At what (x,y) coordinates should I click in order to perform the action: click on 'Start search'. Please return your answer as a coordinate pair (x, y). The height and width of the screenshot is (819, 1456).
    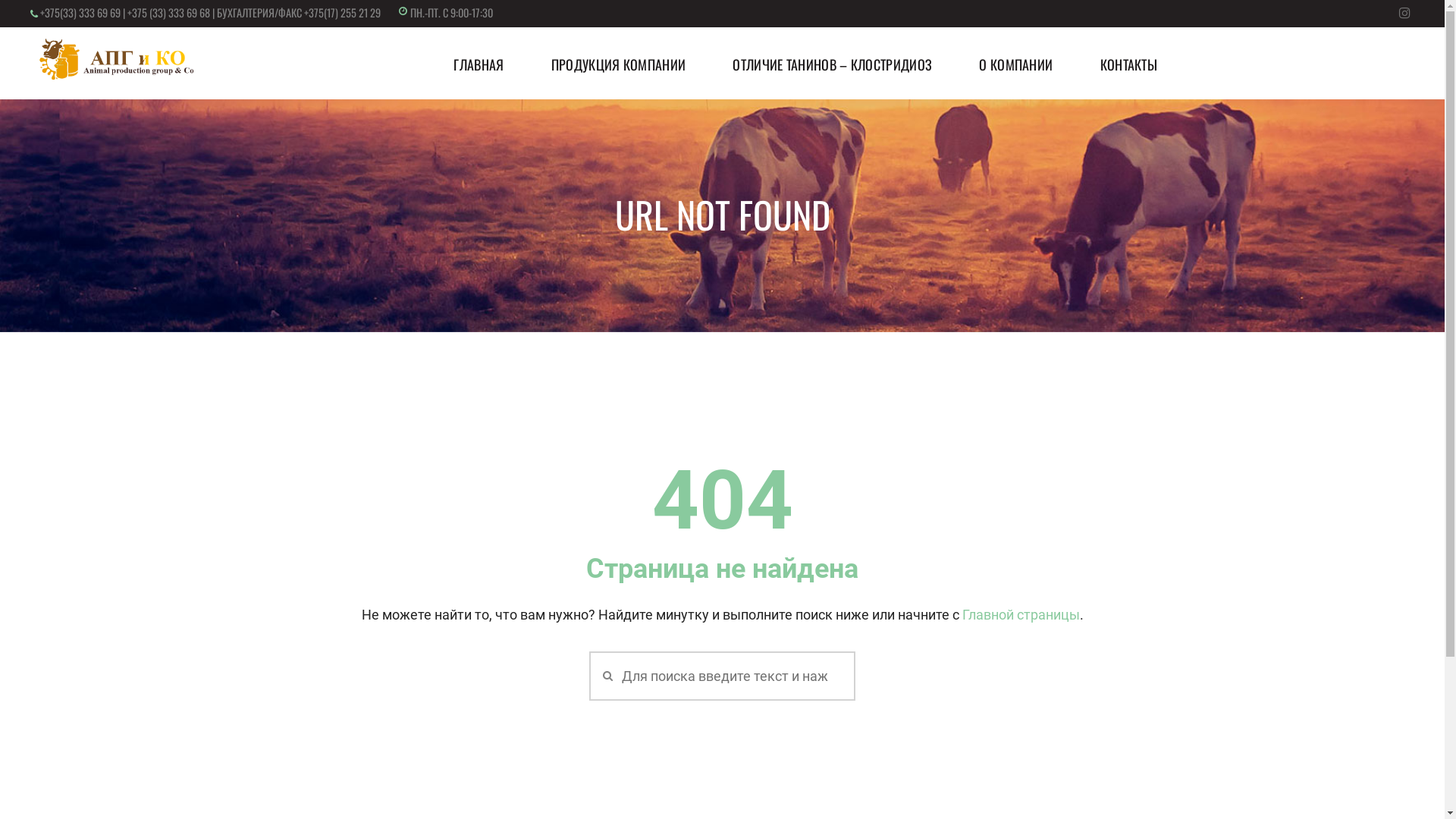
    Looking at the image, I should click on (604, 674).